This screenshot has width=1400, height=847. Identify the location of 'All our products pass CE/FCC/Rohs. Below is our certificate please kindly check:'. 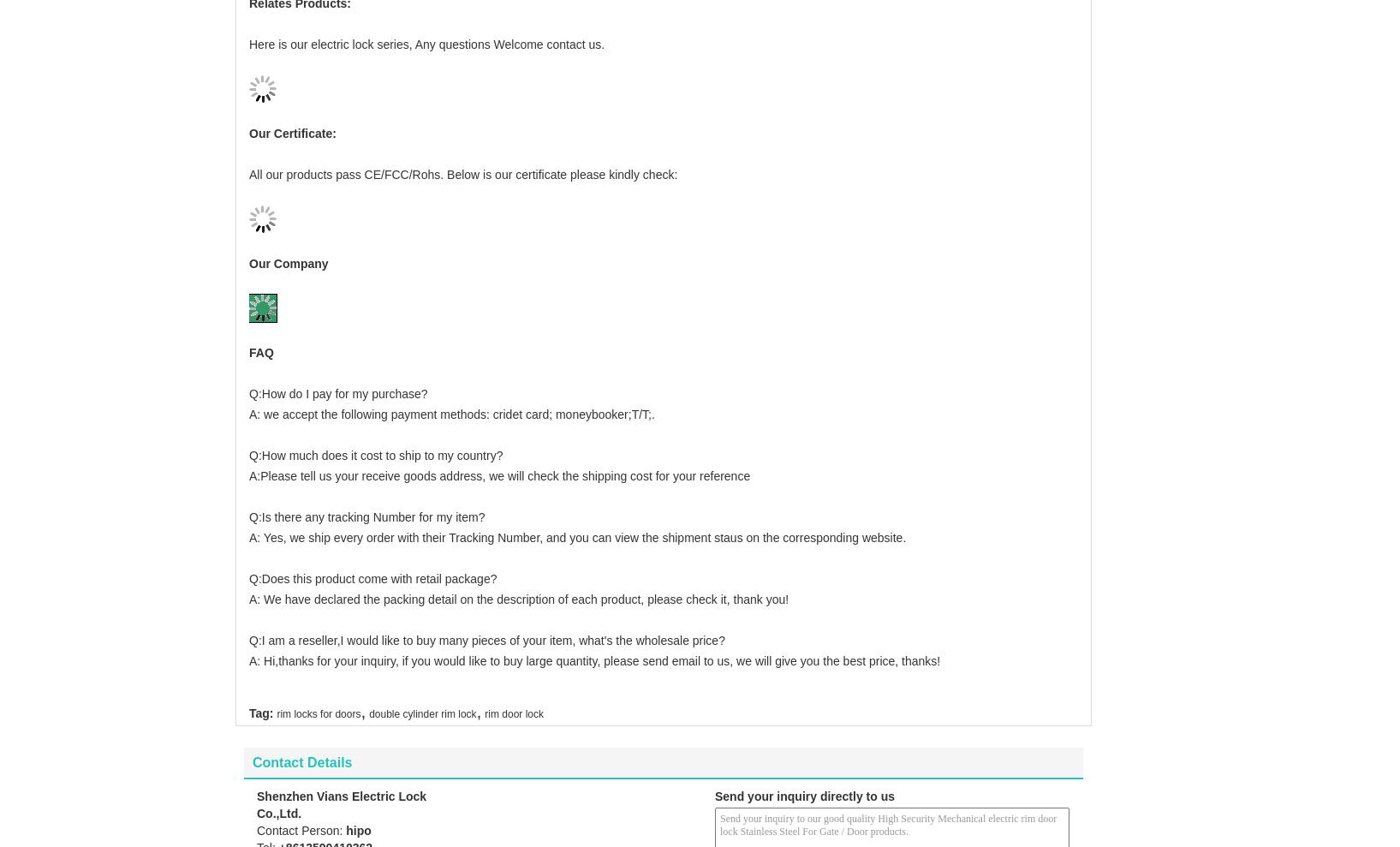
(463, 146).